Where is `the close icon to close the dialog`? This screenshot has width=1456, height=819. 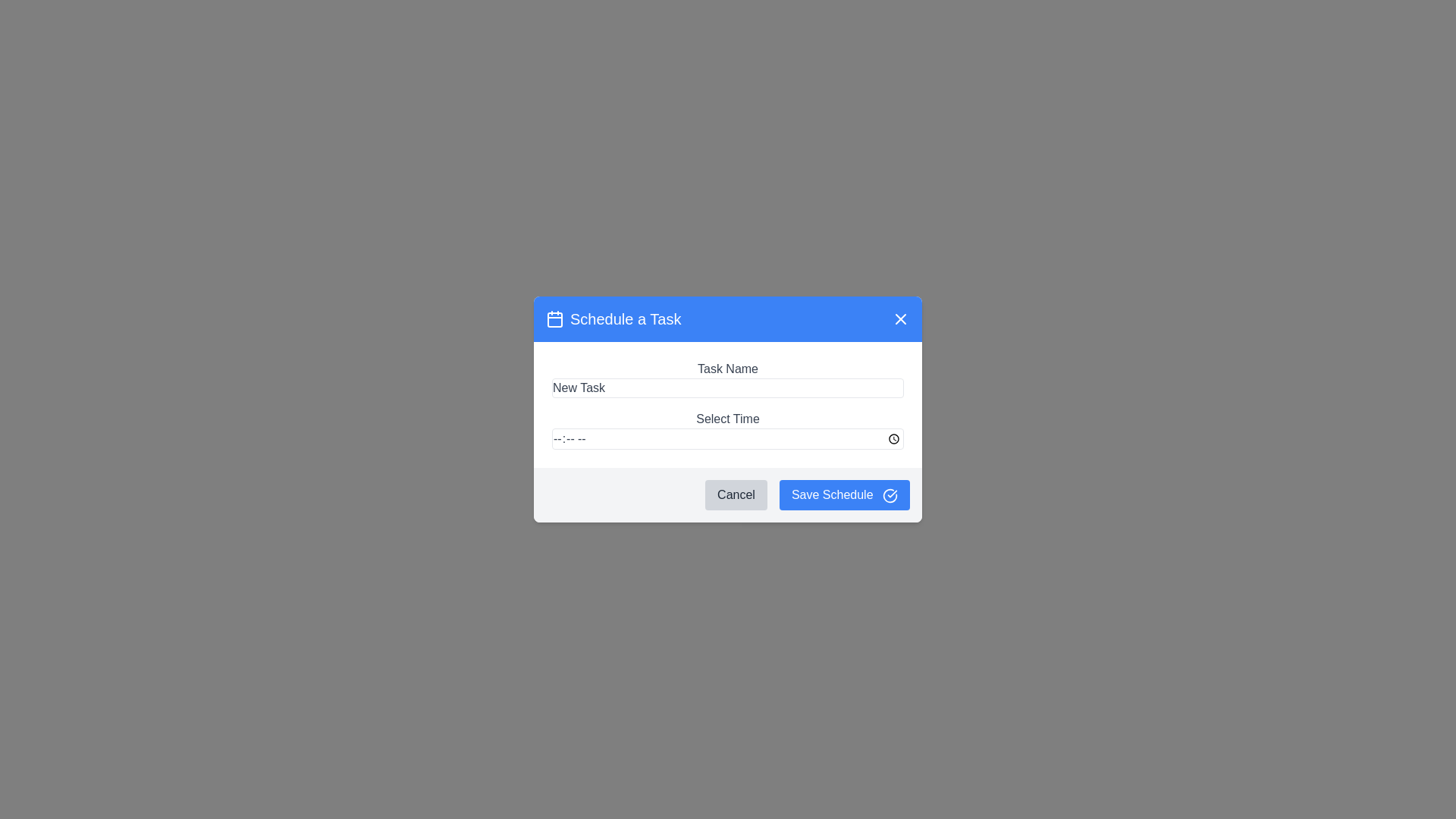
the close icon to close the dialog is located at coordinates (901, 318).